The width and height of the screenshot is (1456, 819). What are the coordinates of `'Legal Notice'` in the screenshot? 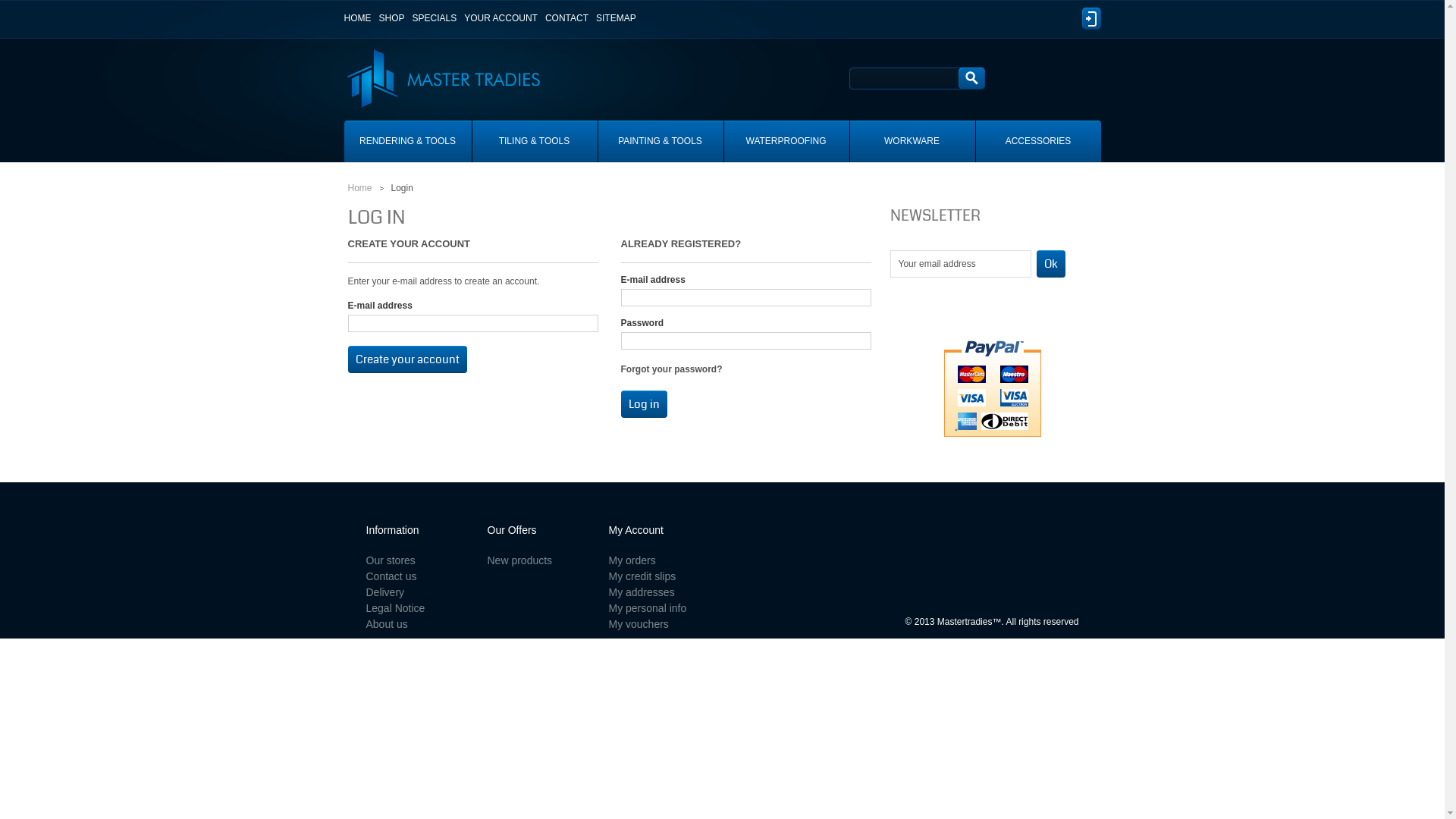 It's located at (395, 607).